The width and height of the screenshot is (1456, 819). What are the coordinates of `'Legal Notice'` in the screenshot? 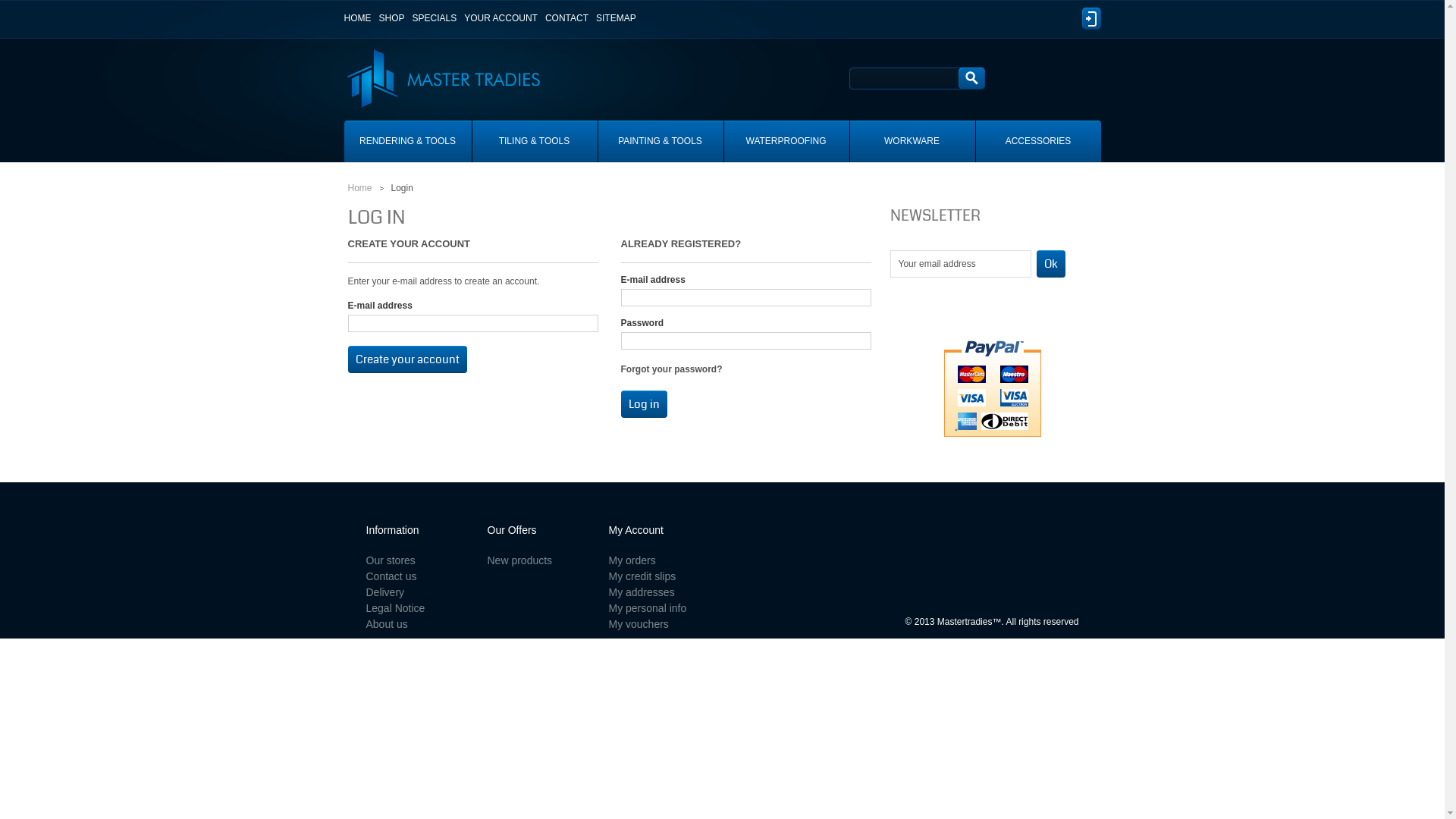 It's located at (395, 607).